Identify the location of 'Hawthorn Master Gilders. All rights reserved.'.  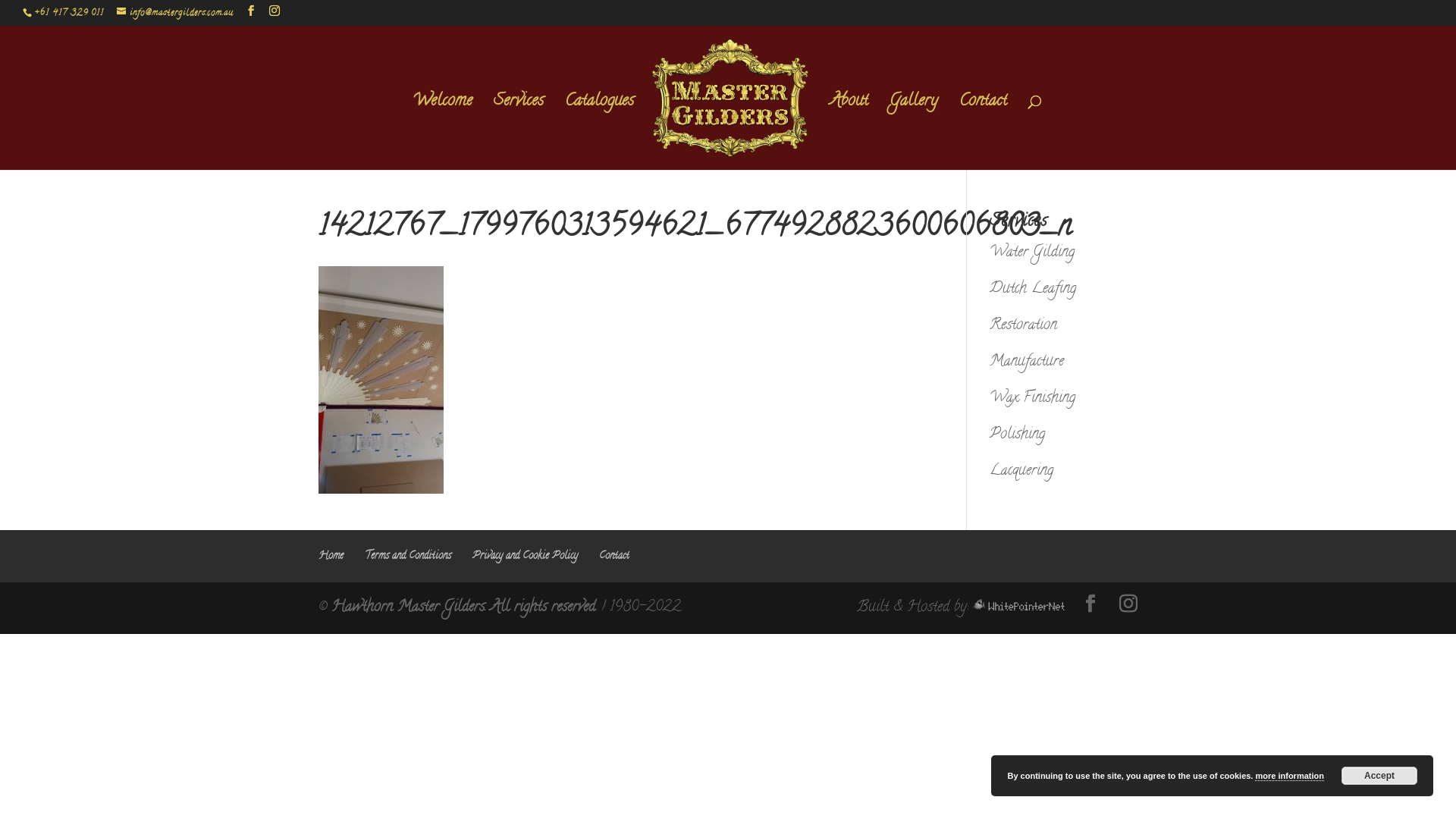
(463, 607).